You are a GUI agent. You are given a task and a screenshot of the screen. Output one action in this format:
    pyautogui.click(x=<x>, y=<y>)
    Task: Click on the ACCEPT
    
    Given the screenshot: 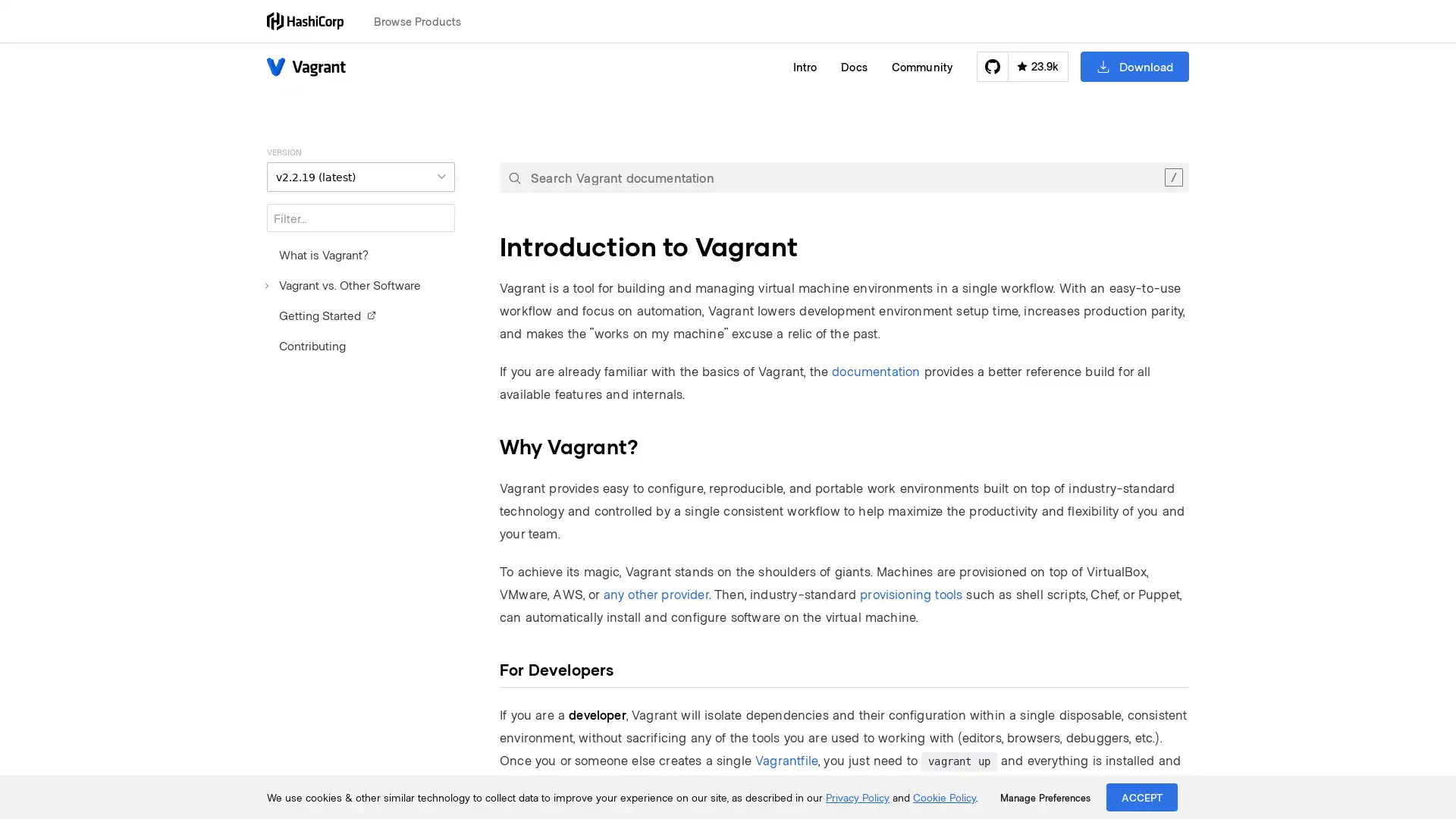 What is the action you would take?
    pyautogui.click(x=1142, y=796)
    